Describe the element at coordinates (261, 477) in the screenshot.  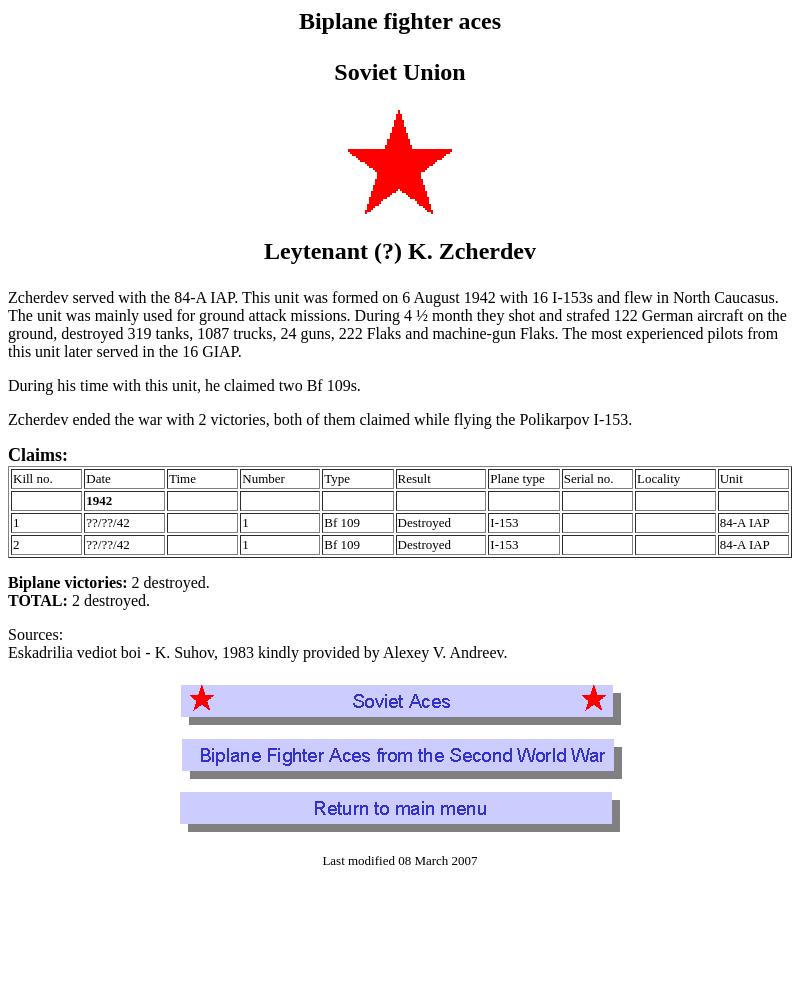
I see `'Number'` at that location.